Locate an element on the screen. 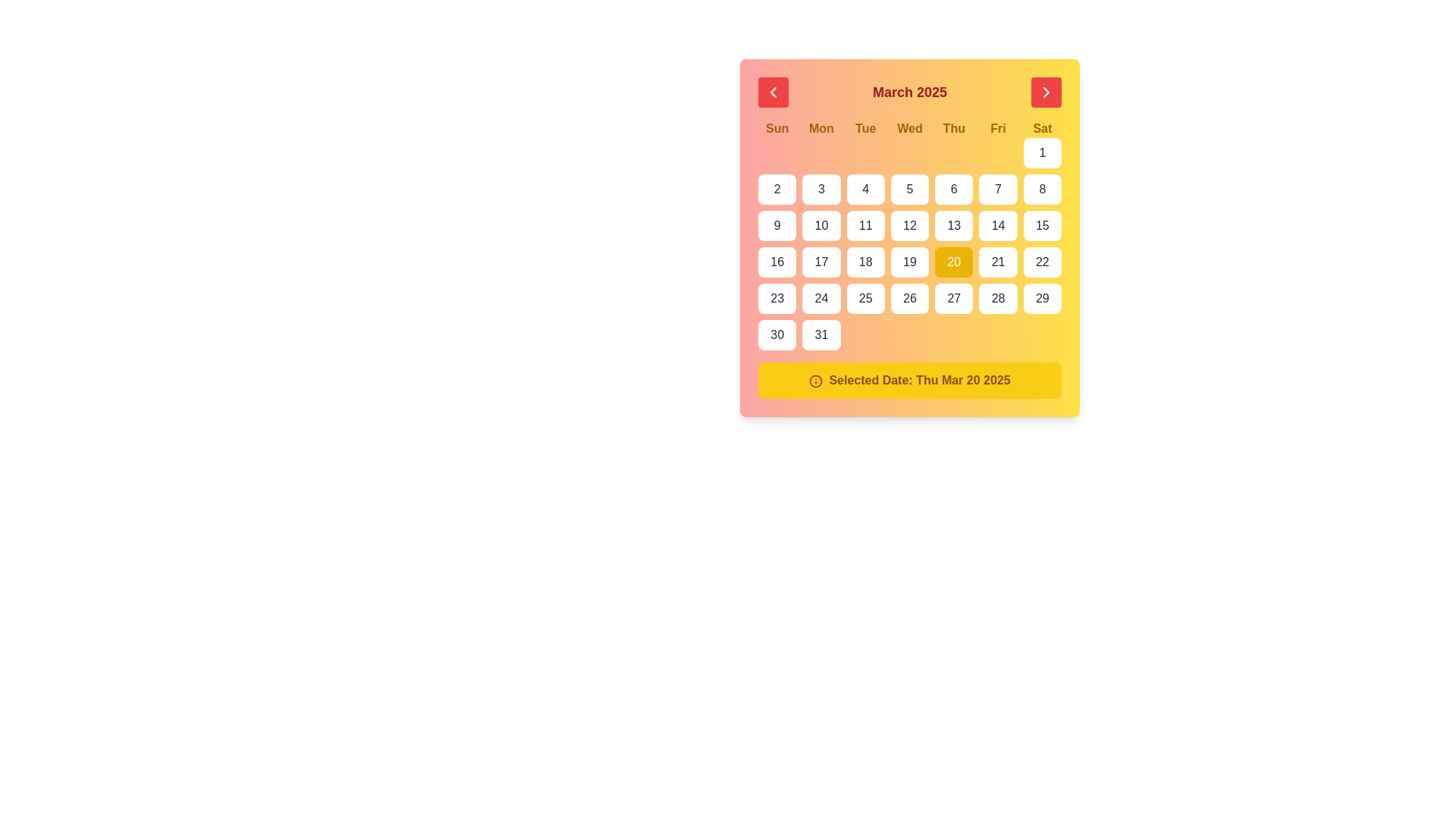 This screenshot has width=1456, height=819. the selectable date button displaying '26' to observe its hover effects, which include a change to a yellow background is located at coordinates (910, 298).